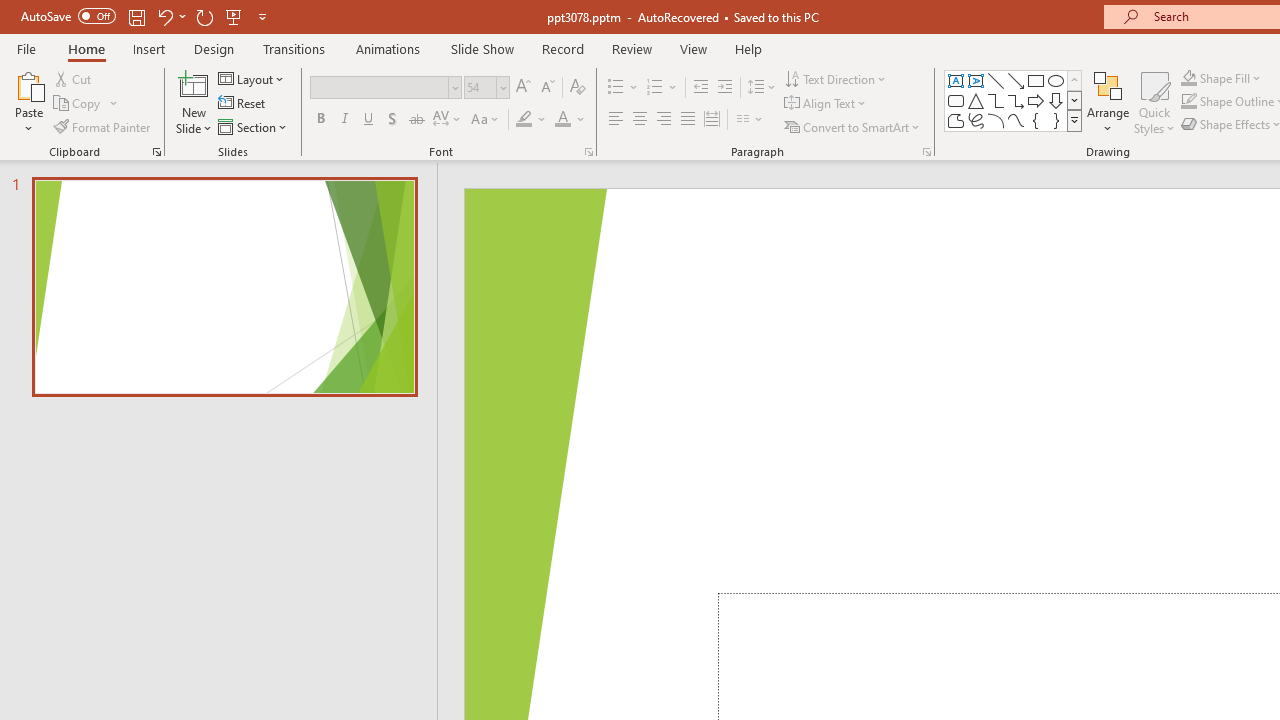 This screenshot has width=1280, height=720. What do you see at coordinates (615, 119) in the screenshot?
I see `'Align Left'` at bounding box center [615, 119].